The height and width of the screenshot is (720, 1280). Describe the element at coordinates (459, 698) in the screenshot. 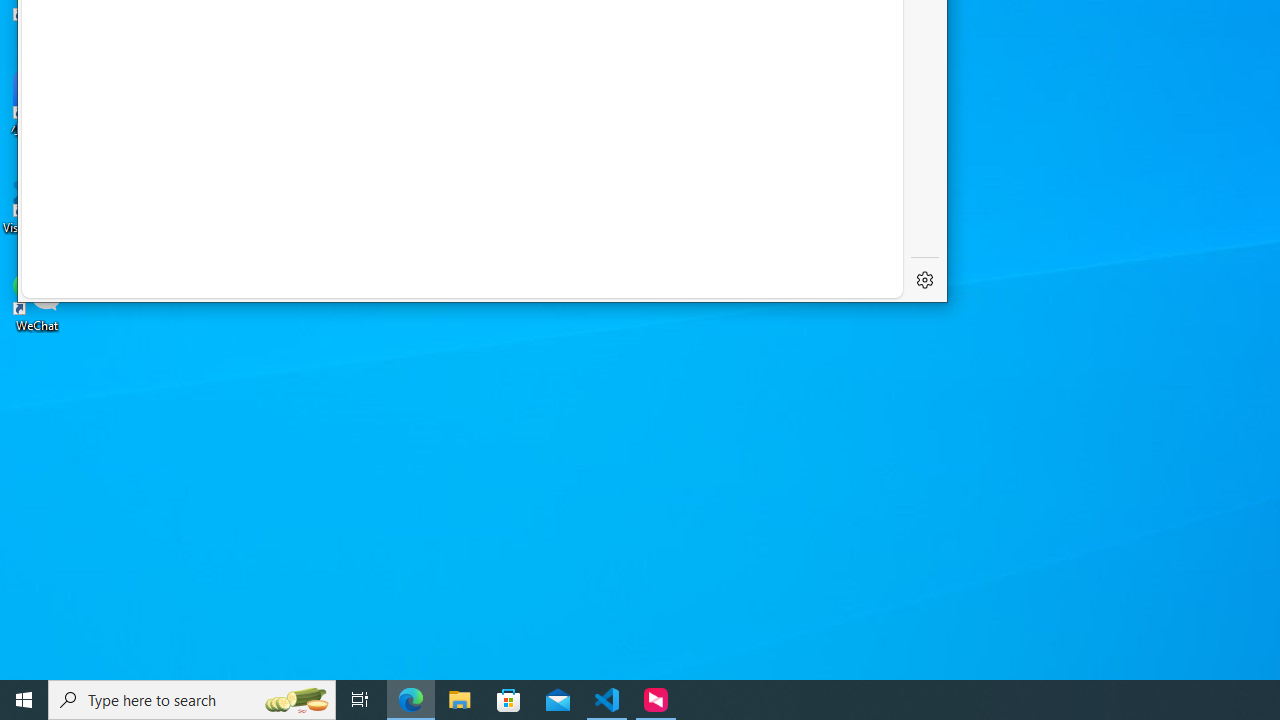

I see `'File Explorer'` at that location.